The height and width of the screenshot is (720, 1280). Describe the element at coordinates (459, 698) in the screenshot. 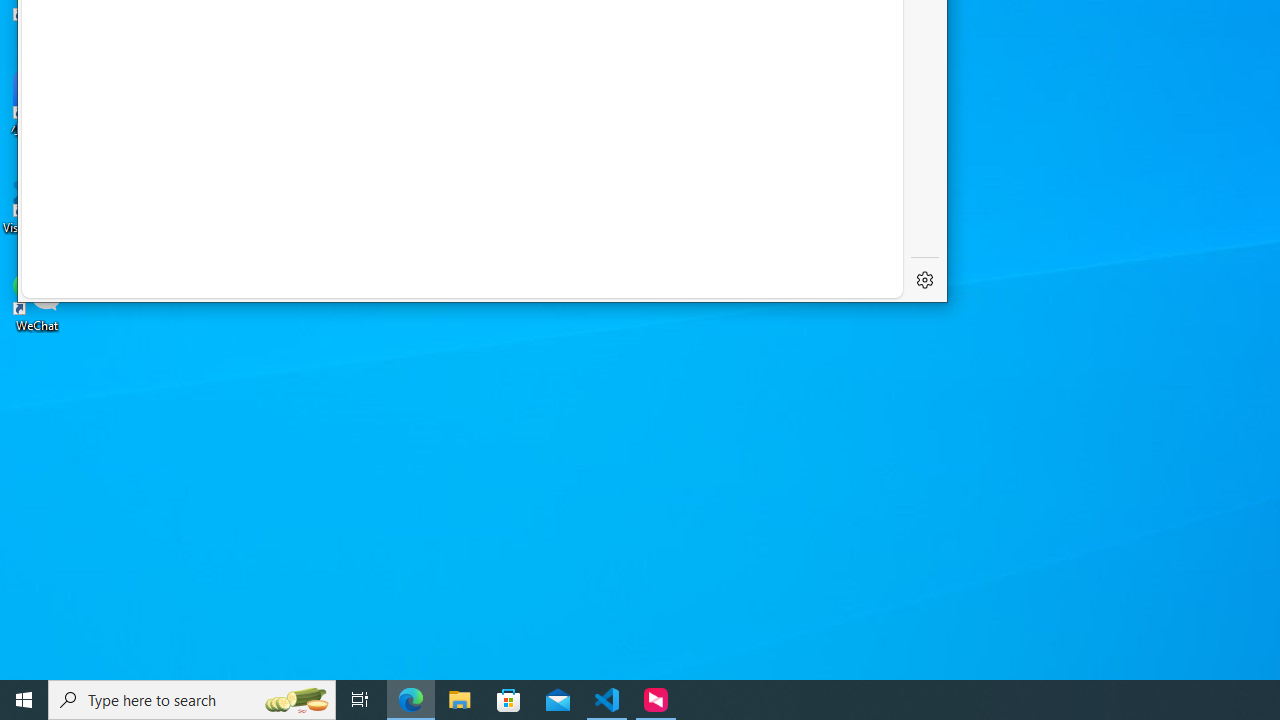

I see `'File Explorer'` at that location.